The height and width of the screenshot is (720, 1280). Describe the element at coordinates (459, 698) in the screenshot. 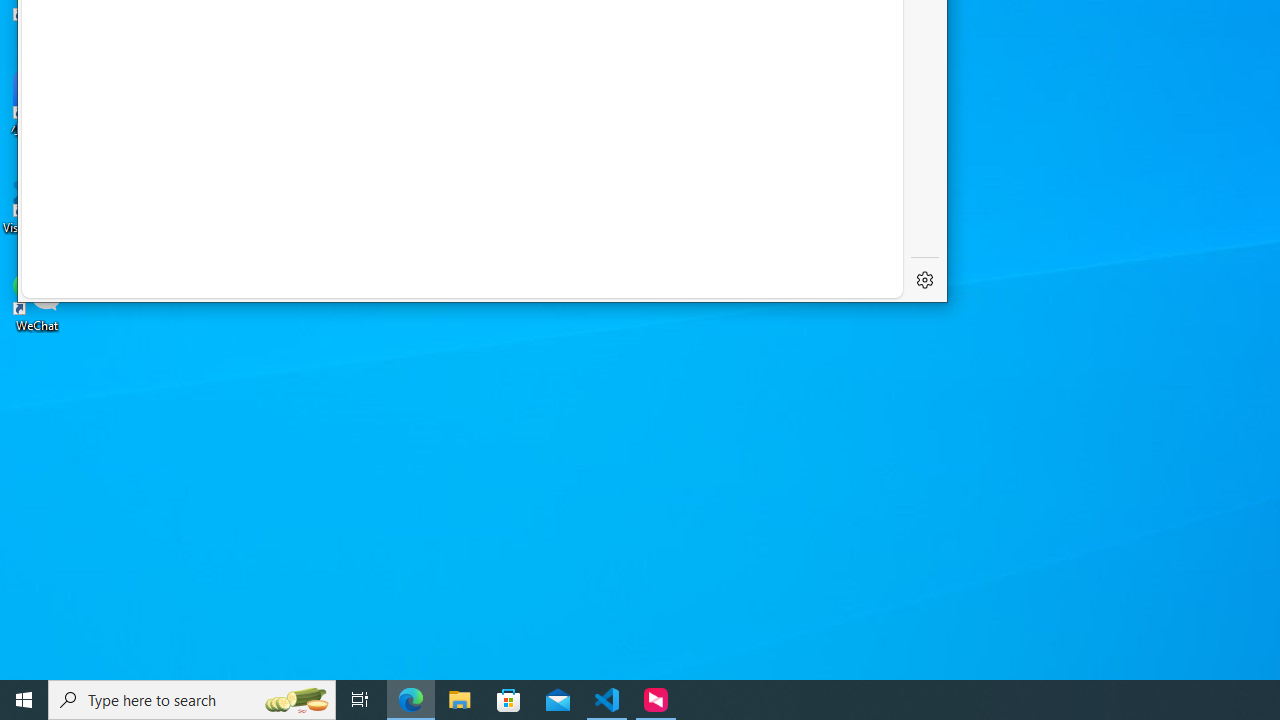

I see `'File Explorer'` at that location.